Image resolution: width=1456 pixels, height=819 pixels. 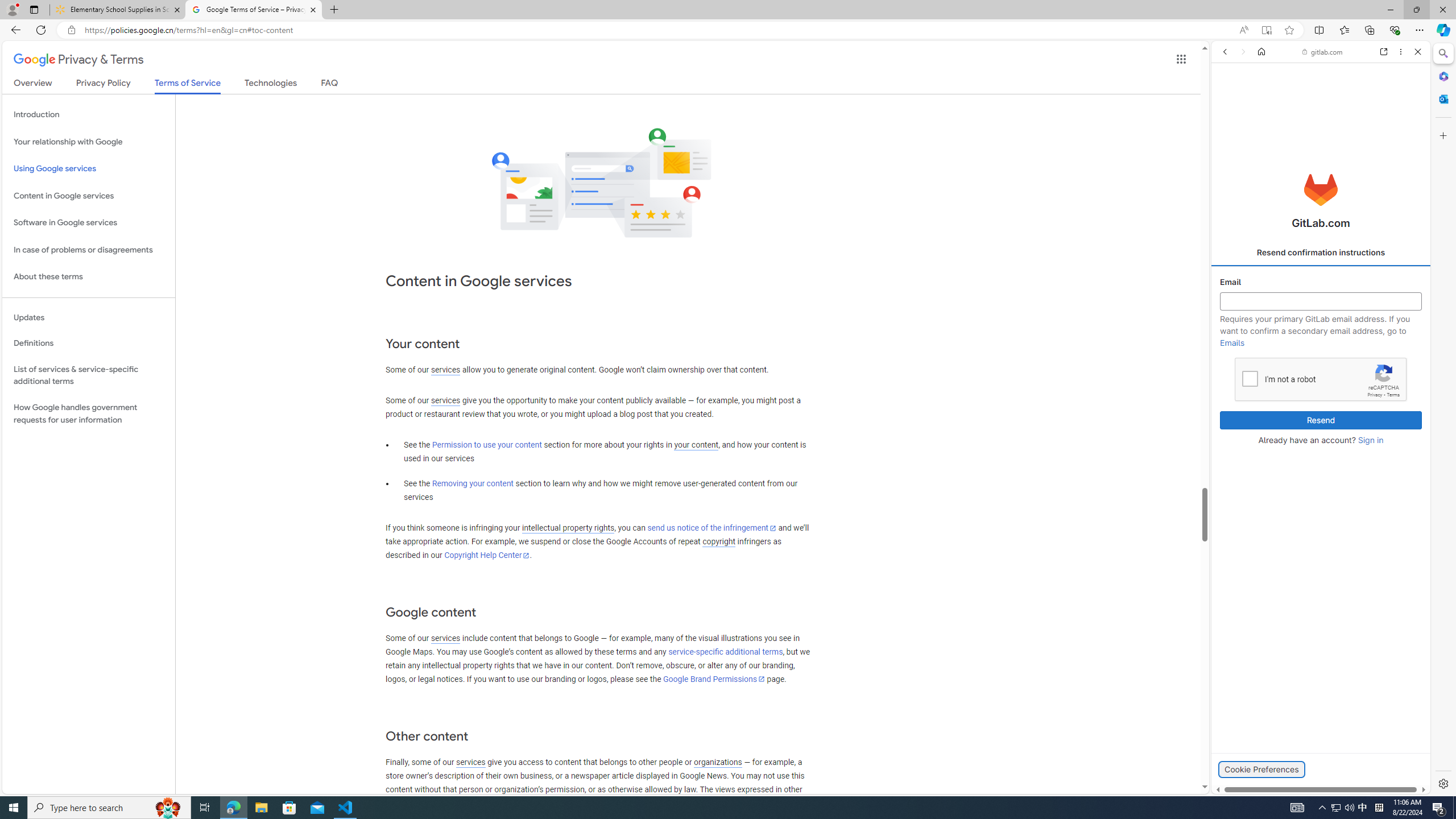 I want to click on 'Email', so click(x=1321, y=301).